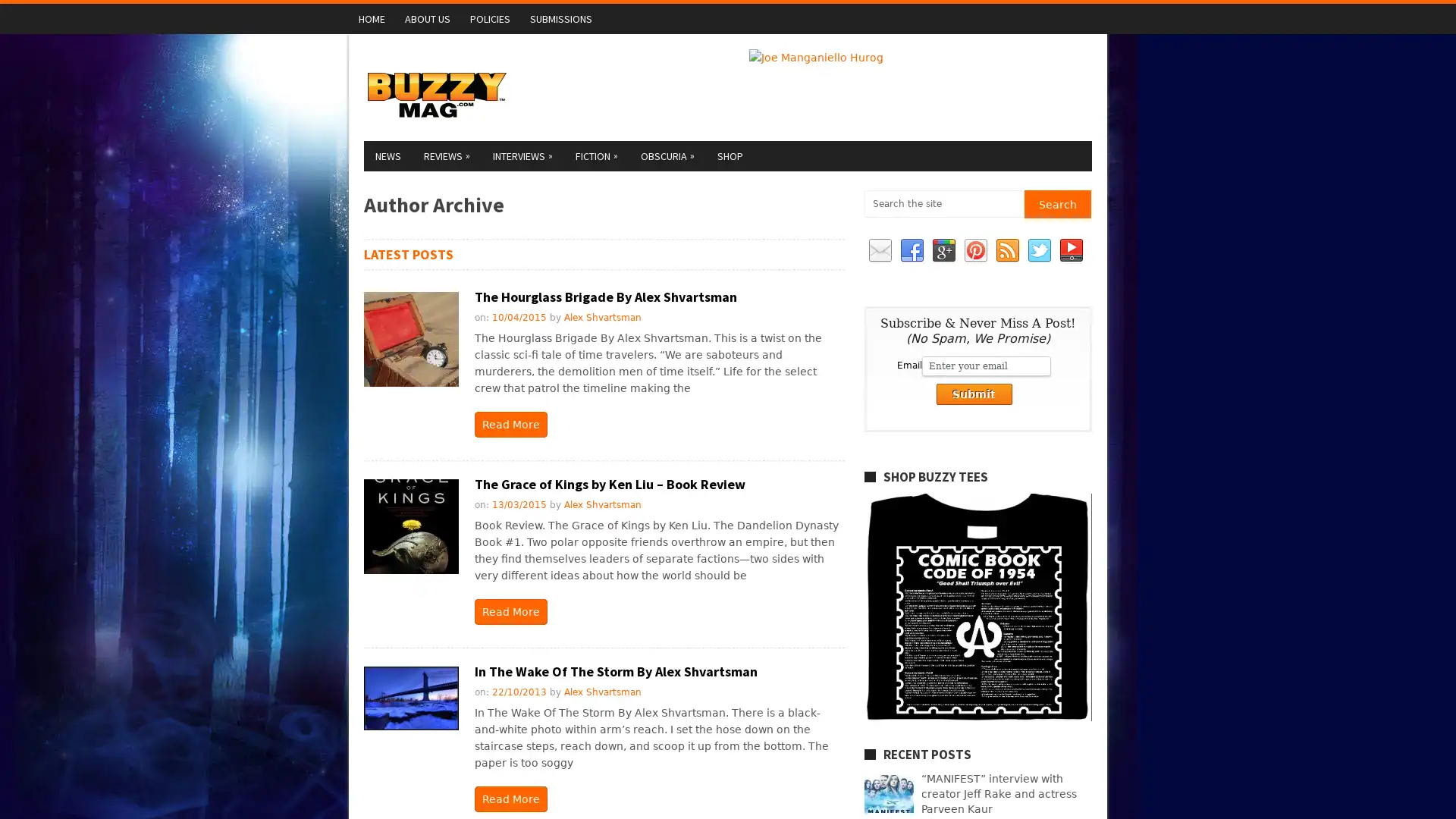  I want to click on Submit, so click(973, 394).